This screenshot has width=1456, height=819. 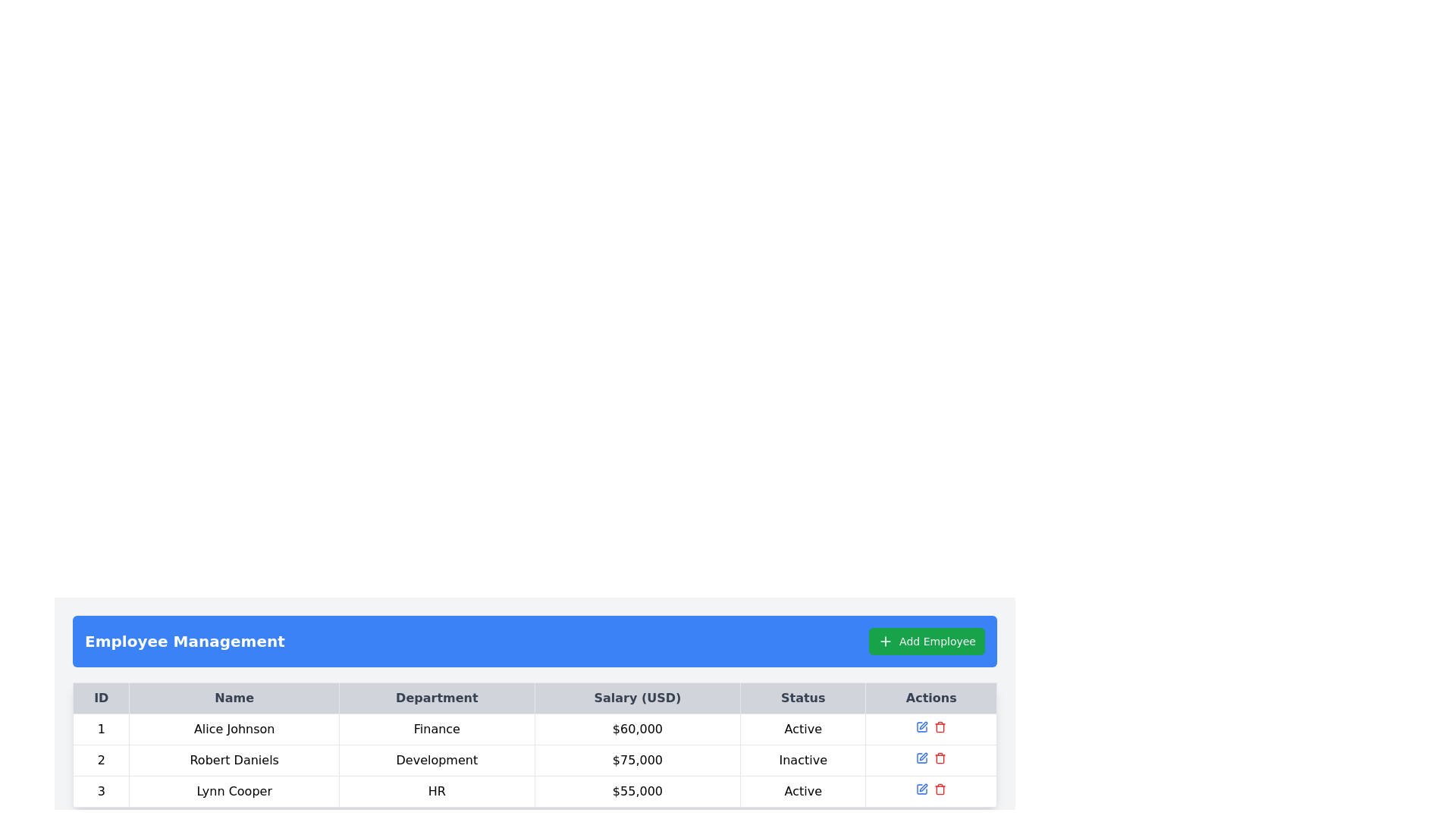 What do you see at coordinates (921, 789) in the screenshot?
I see `the 'Edit' icon located in the 'Actions' column of the third row in the 'Employee Management' interface` at bounding box center [921, 789].